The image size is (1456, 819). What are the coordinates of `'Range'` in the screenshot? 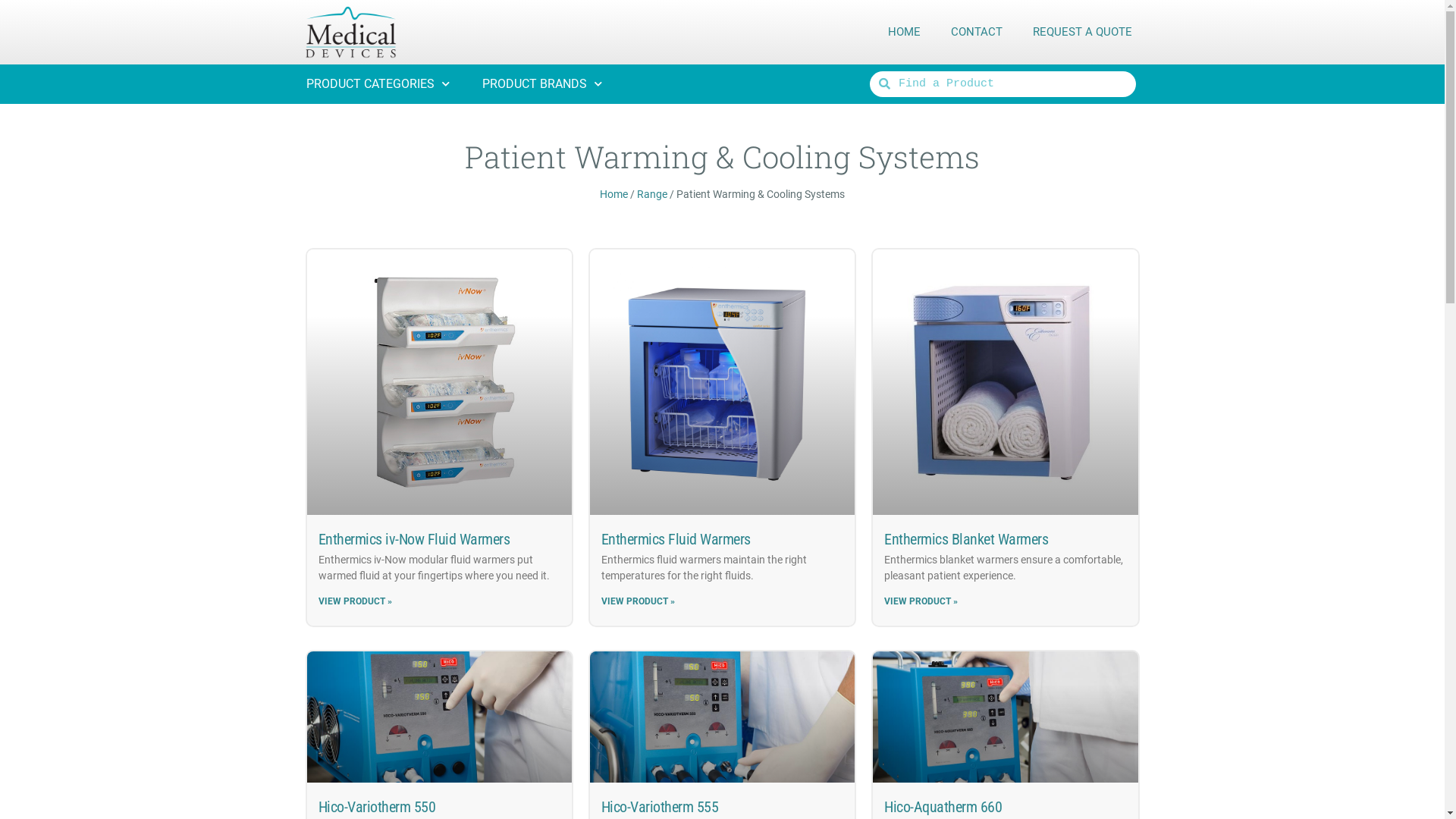 It's located at (651, 193).